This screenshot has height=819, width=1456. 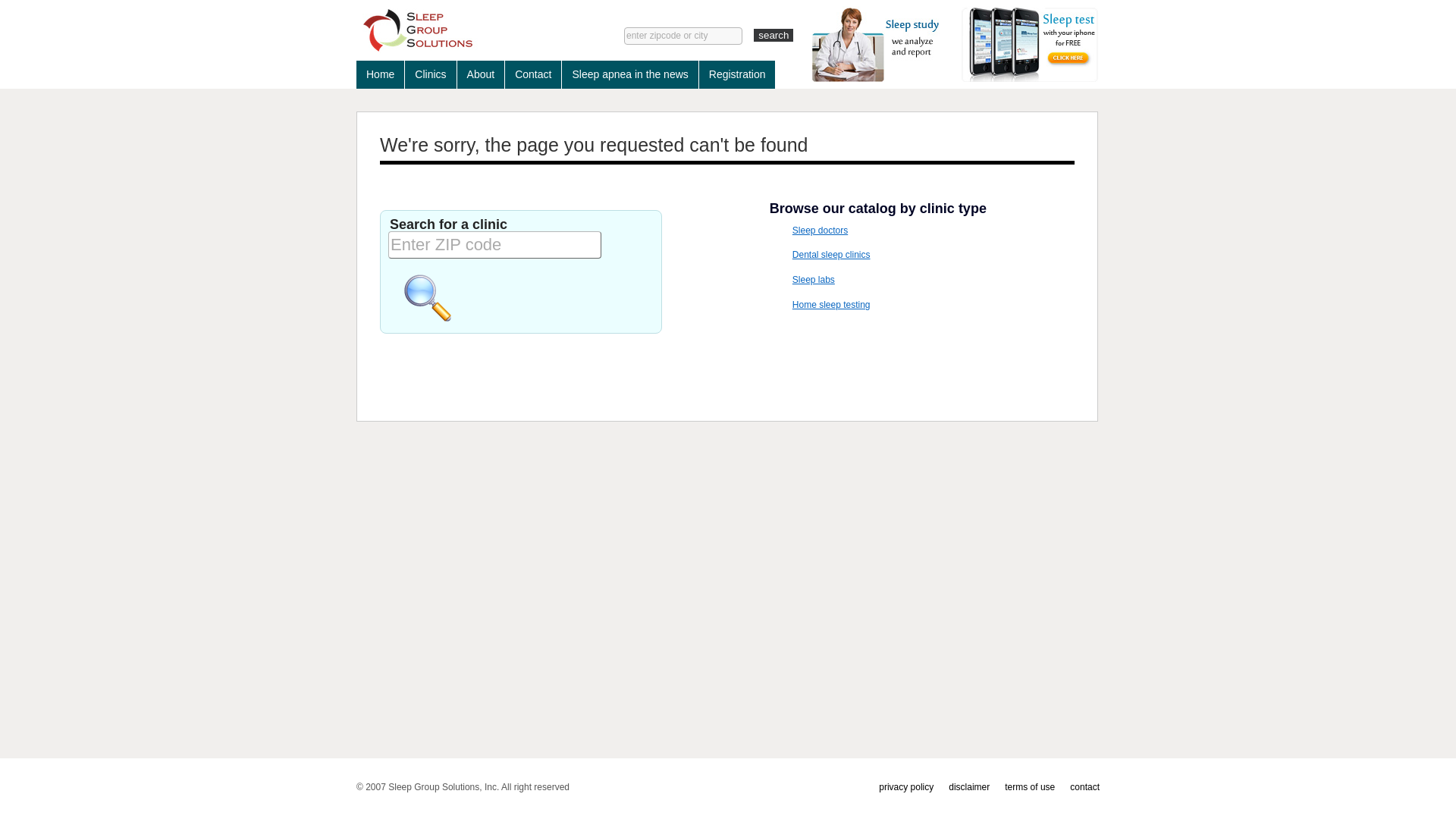 What do you see at coordinates (429, 74) in the screenshot?
I see `'Clinics'` at bounding box center [429, 74].